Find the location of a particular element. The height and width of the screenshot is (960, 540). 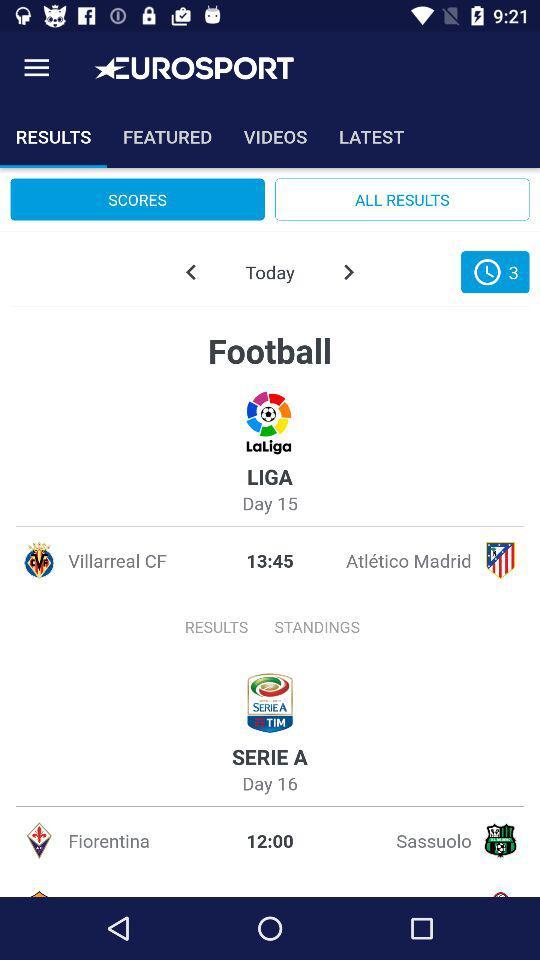

the item above the results is located at coordinates (36, 68).